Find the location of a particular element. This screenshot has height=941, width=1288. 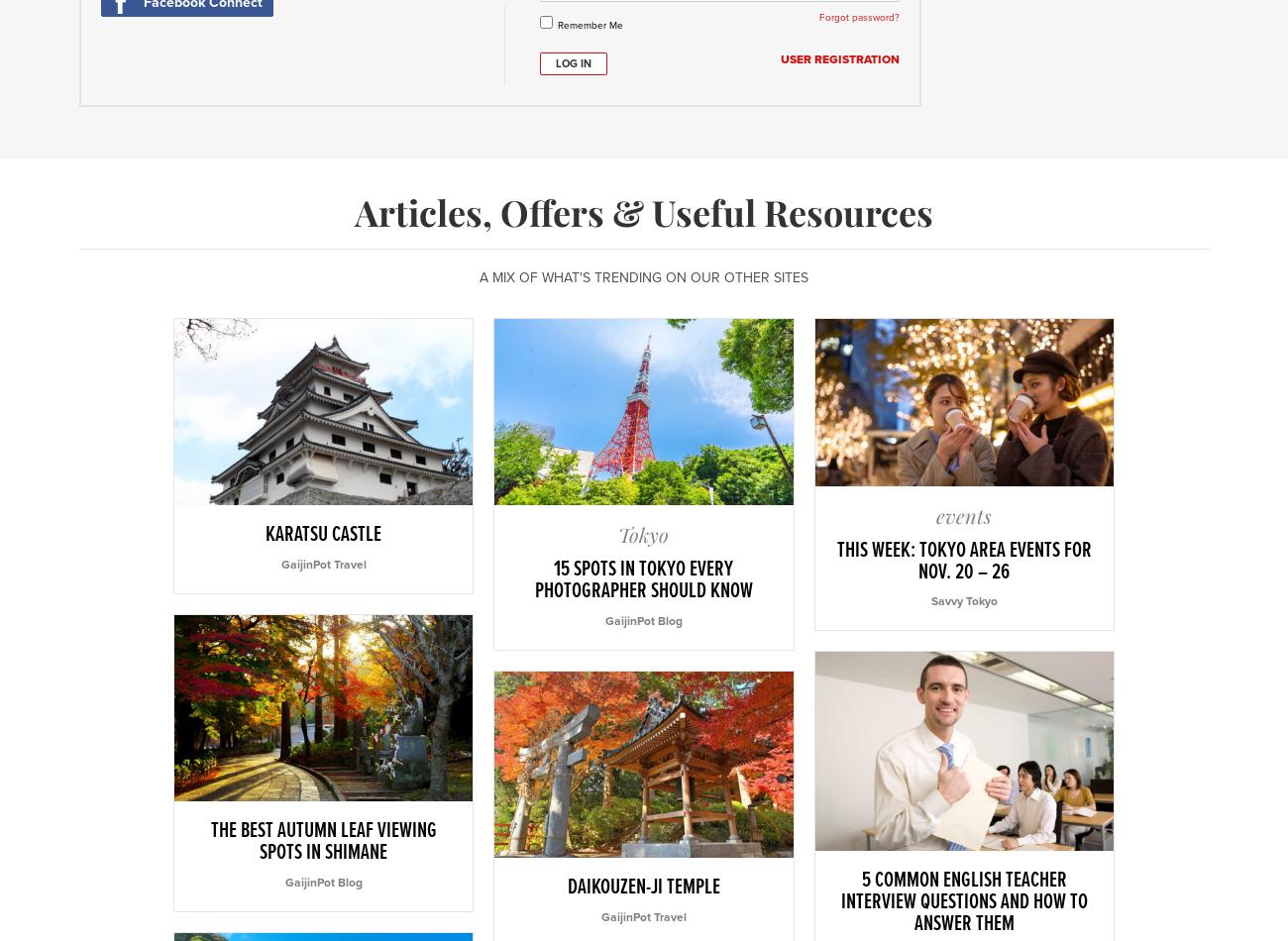

'A mix of what's trending on our other sites' is located at coordinates (644, 275).